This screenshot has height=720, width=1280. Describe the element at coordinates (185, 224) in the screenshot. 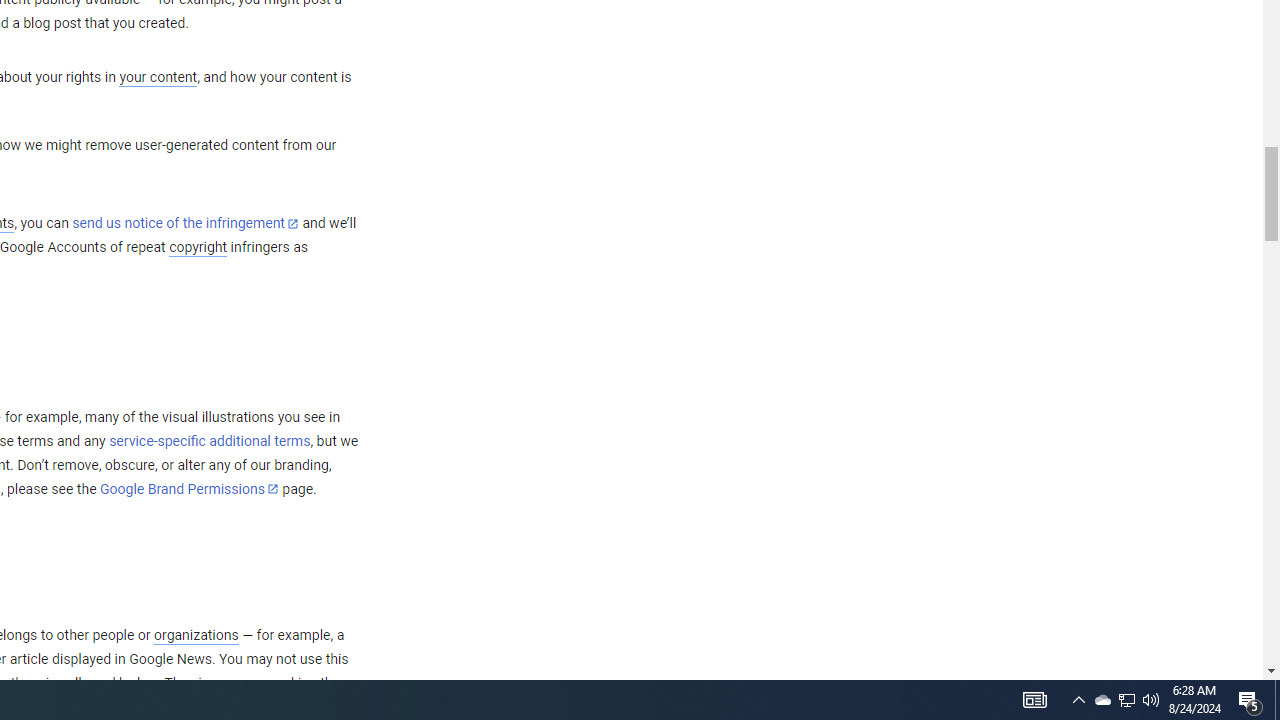

I see `'send us notice of the infringement'` at that location.